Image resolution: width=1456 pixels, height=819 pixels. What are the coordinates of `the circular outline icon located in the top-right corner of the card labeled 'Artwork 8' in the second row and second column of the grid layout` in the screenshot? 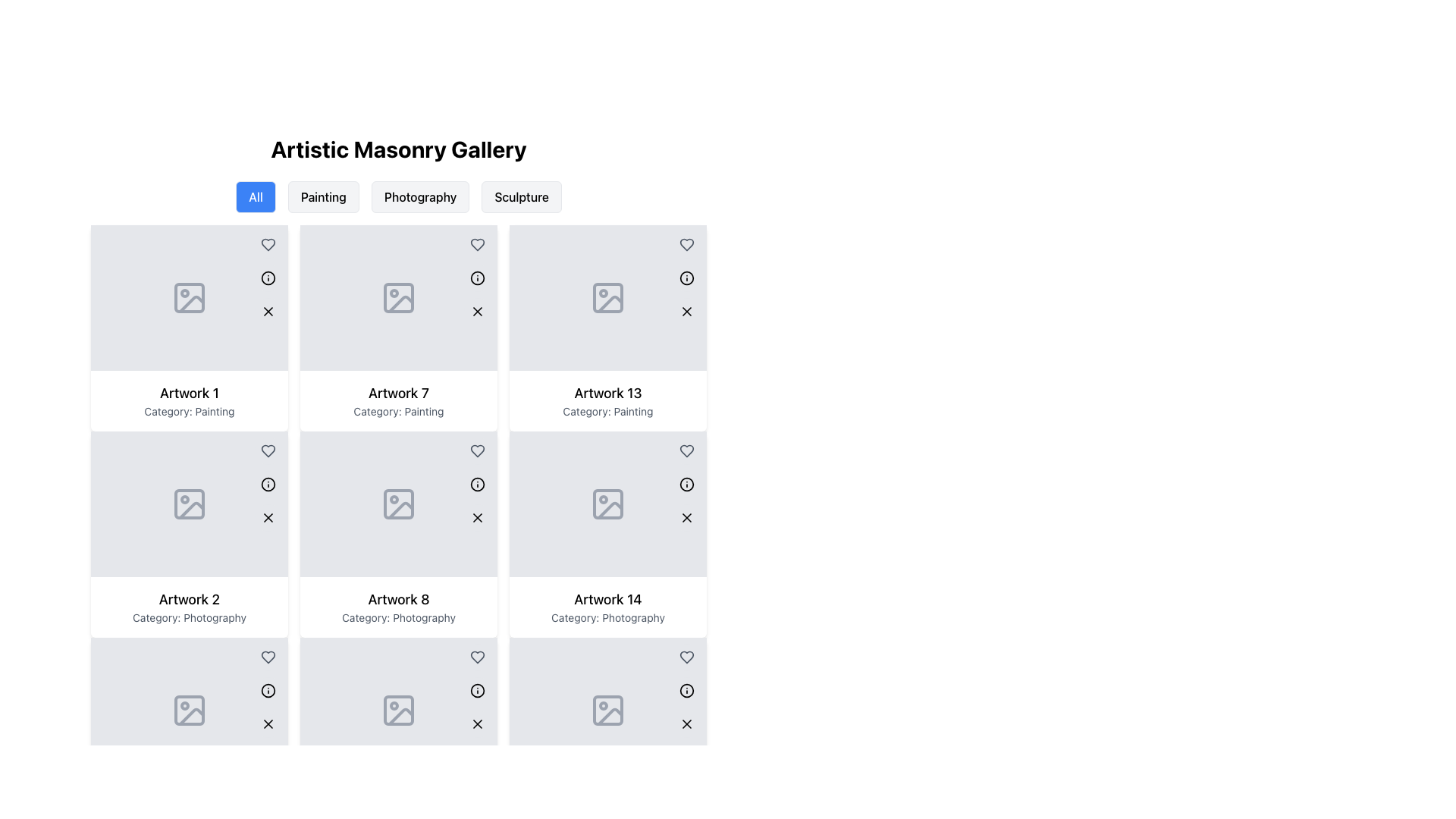 It's located at (476, 485).